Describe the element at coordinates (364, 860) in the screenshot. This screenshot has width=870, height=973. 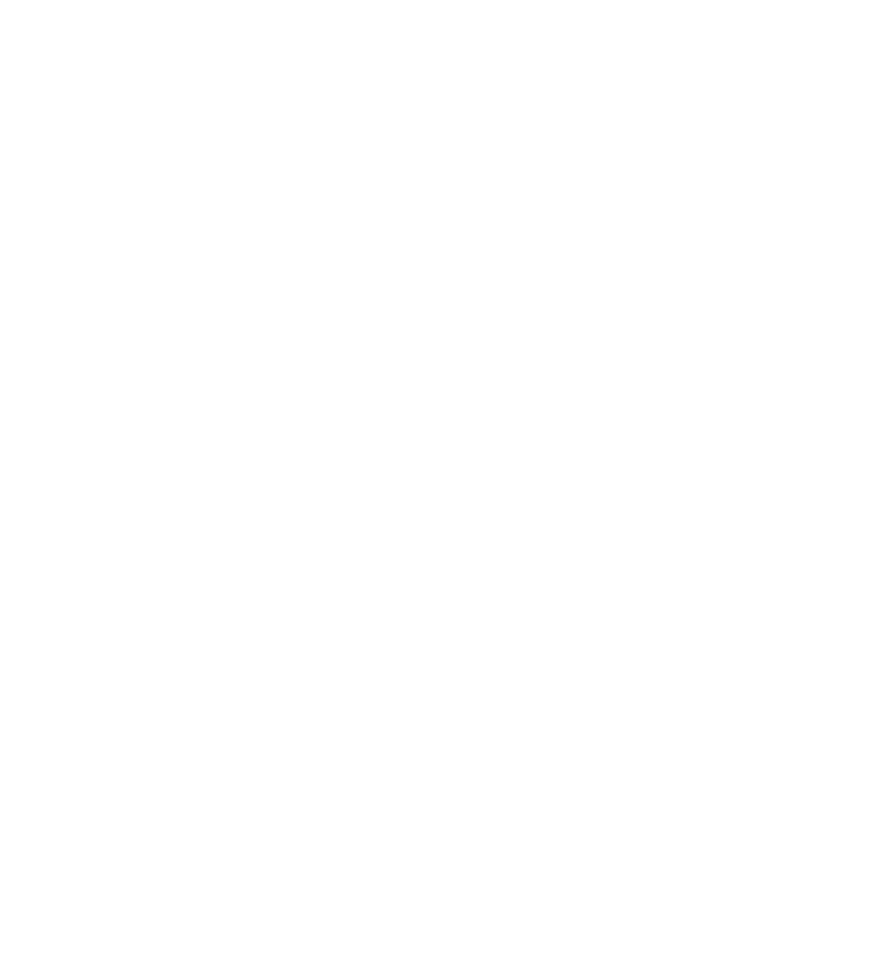
I see `'Harrison Audio 32Classic Mixing Console to Launch at AES'` at that location.